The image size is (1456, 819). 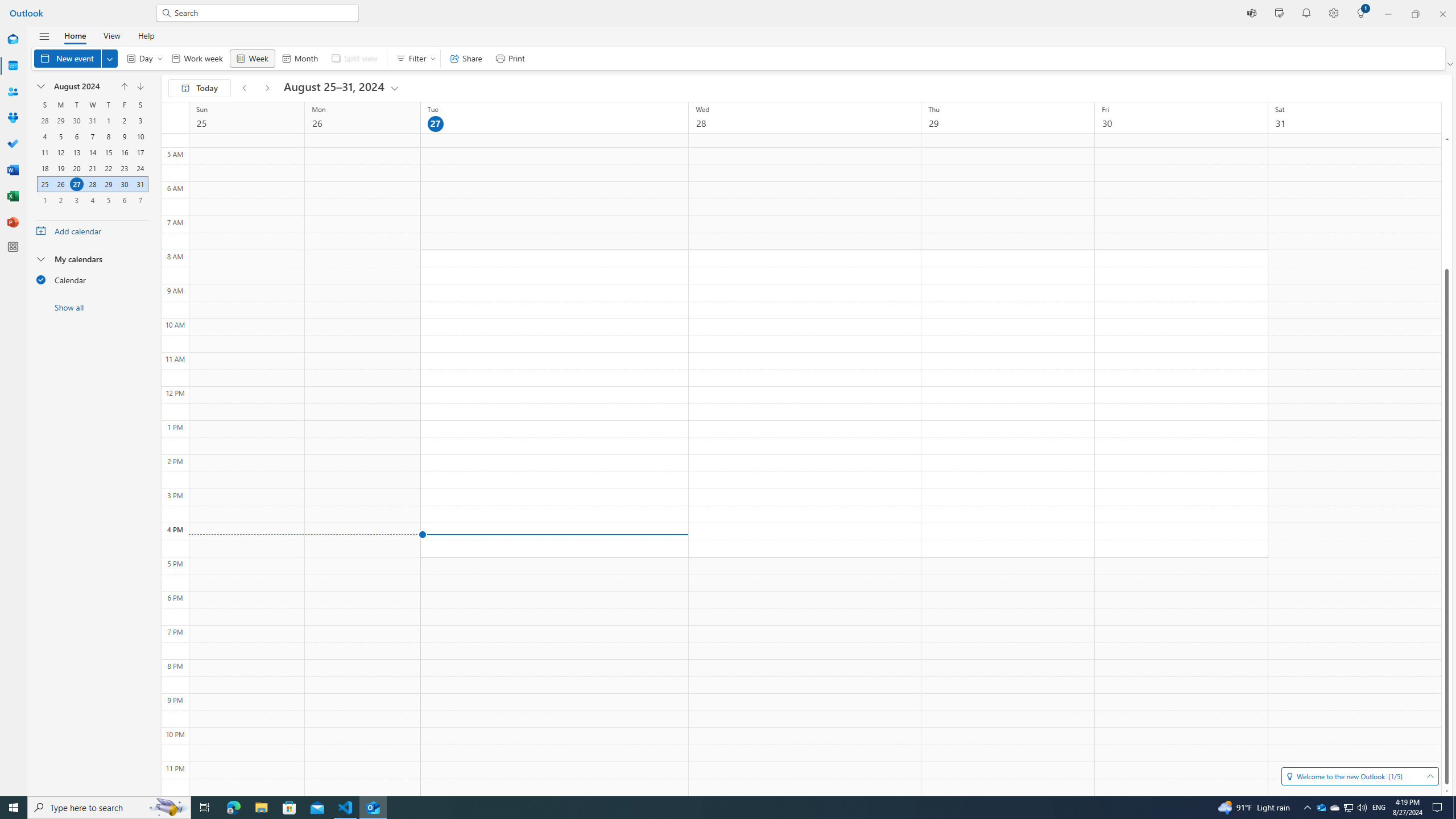 I want to click on '26, August, 2024', so click(x=60, y=184).